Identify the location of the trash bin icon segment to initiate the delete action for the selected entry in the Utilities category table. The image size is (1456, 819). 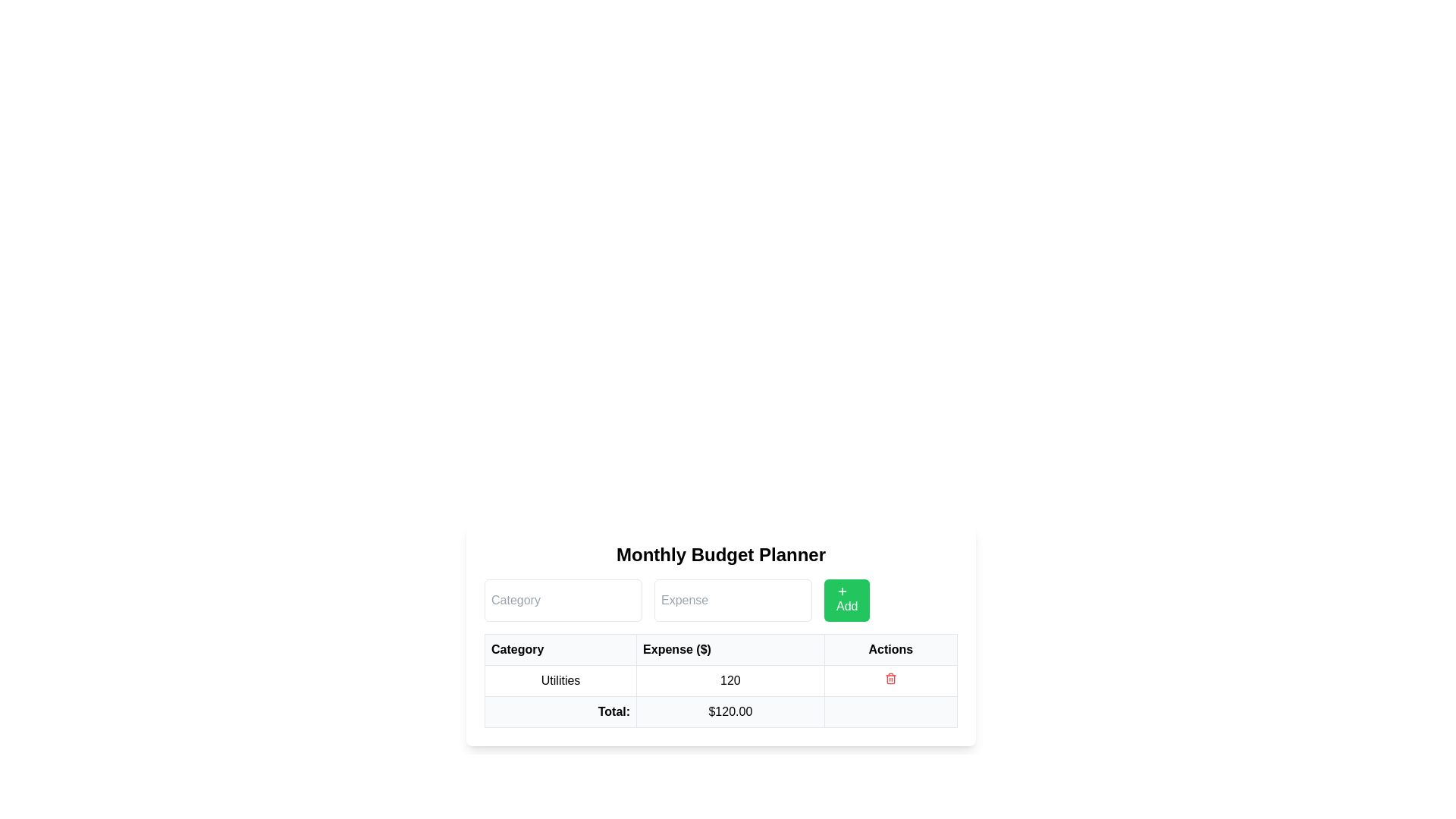
(890, 679).